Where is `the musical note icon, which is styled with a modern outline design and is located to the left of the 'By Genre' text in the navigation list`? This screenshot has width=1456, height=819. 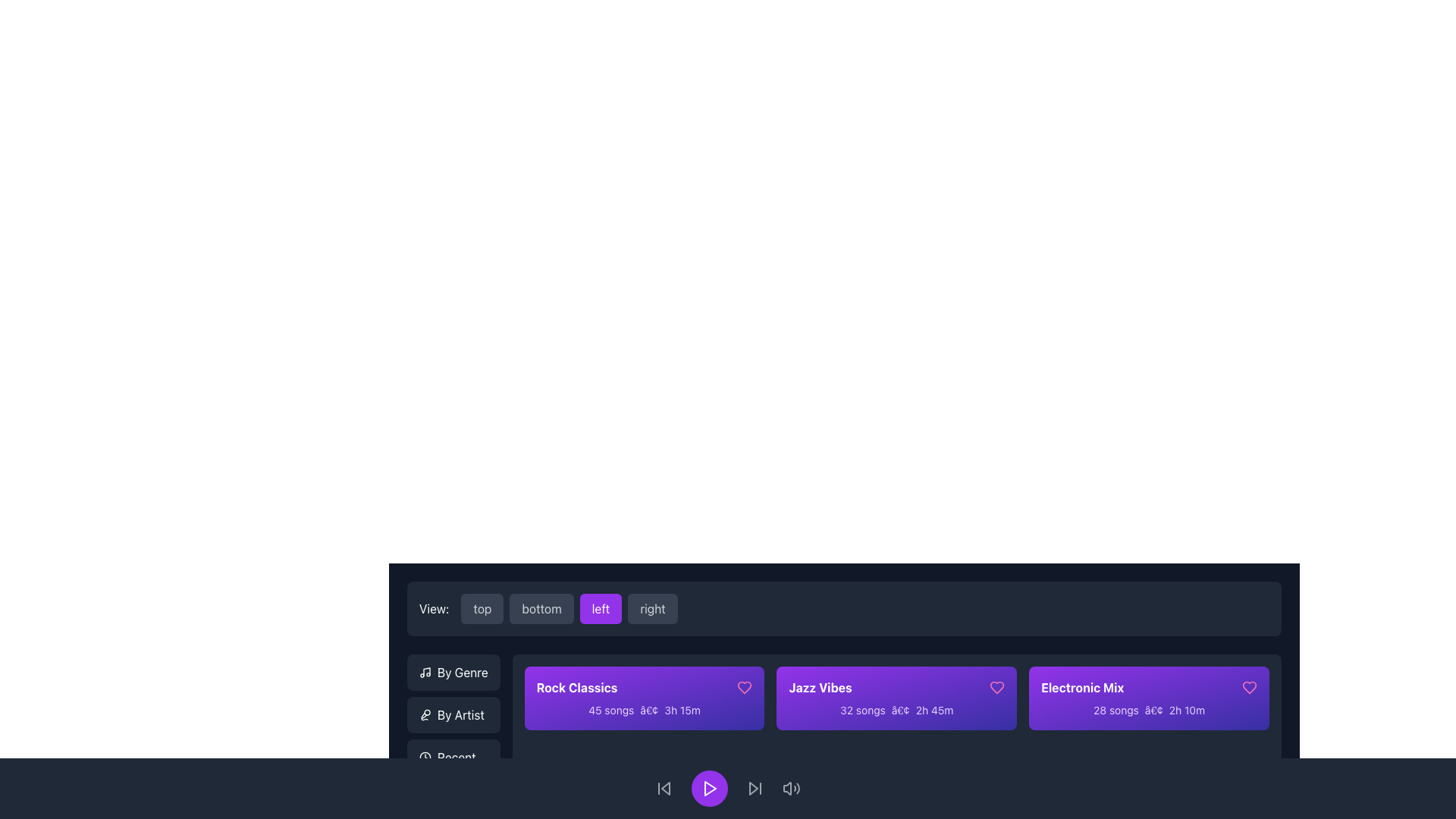 the musical note icon, which is styled with a modern outline design and is located to the left of the 'By Genre' text in the navigation list is located at coordinates (425, 672).